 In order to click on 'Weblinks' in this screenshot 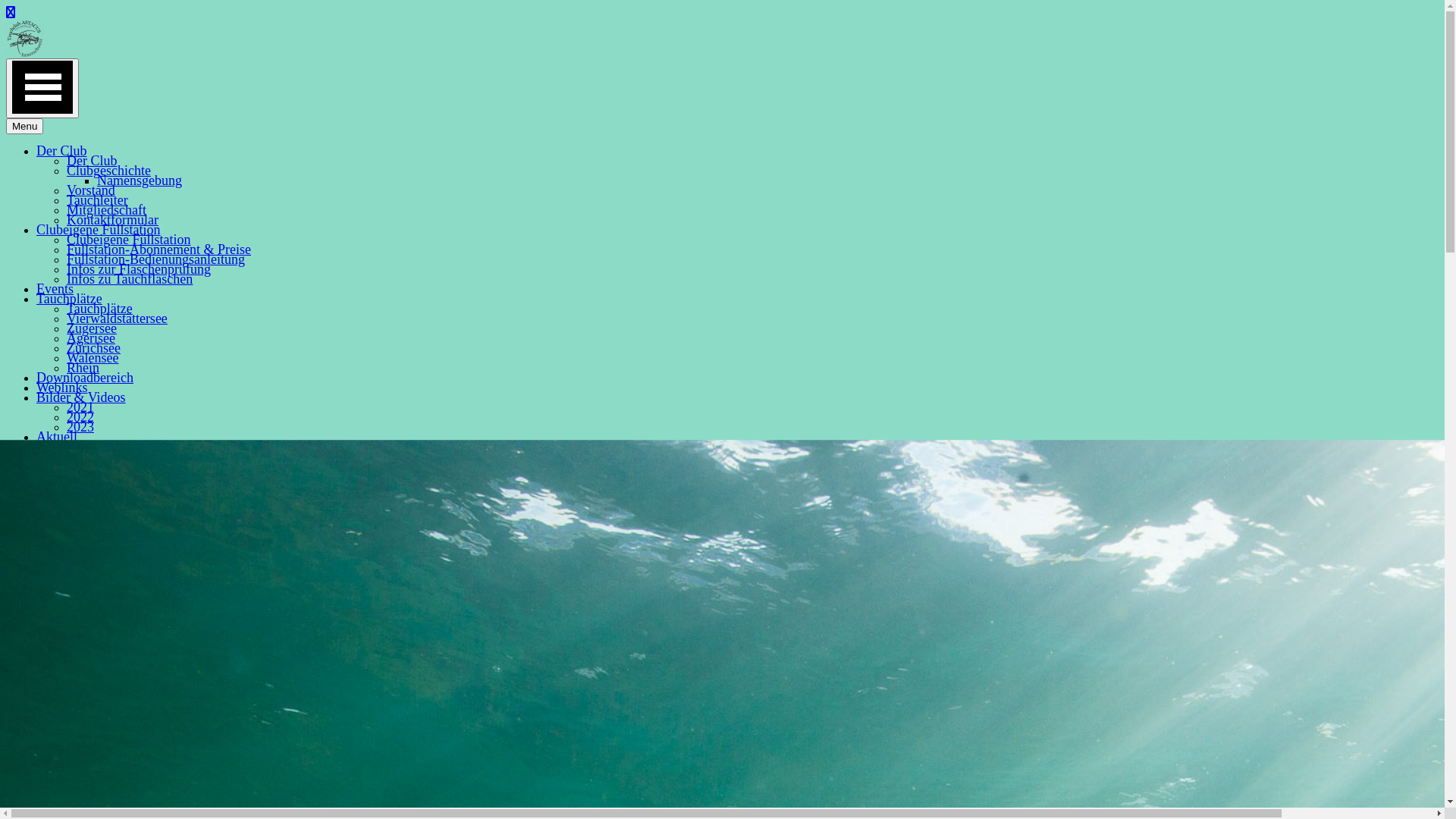, I will do `click(61, 386)`.